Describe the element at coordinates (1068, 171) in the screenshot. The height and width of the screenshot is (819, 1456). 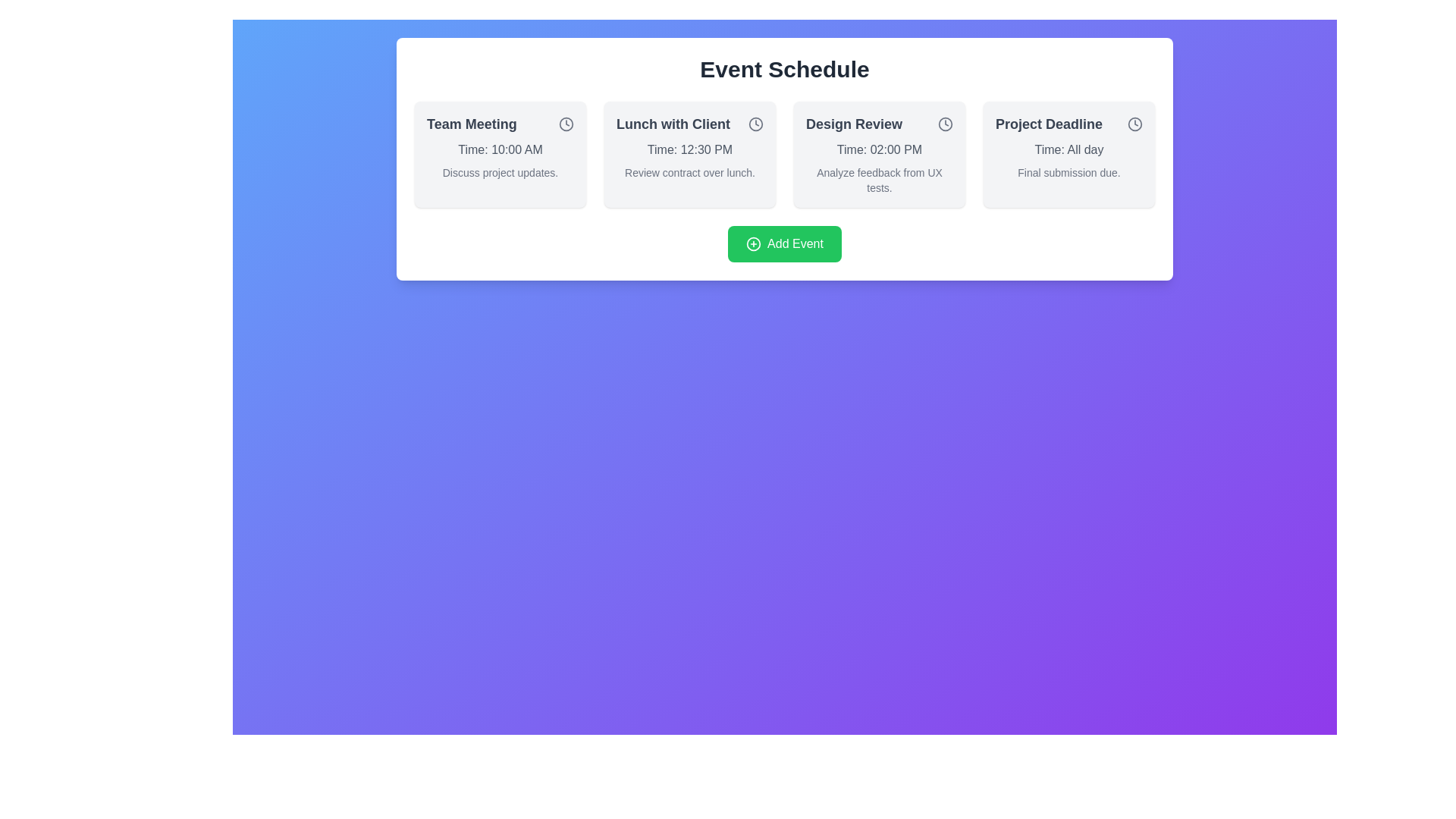
I see `the non-interactive text label located at the bottom of the 'Project Deadline' card, which provides information about the submission deadline` at that location.